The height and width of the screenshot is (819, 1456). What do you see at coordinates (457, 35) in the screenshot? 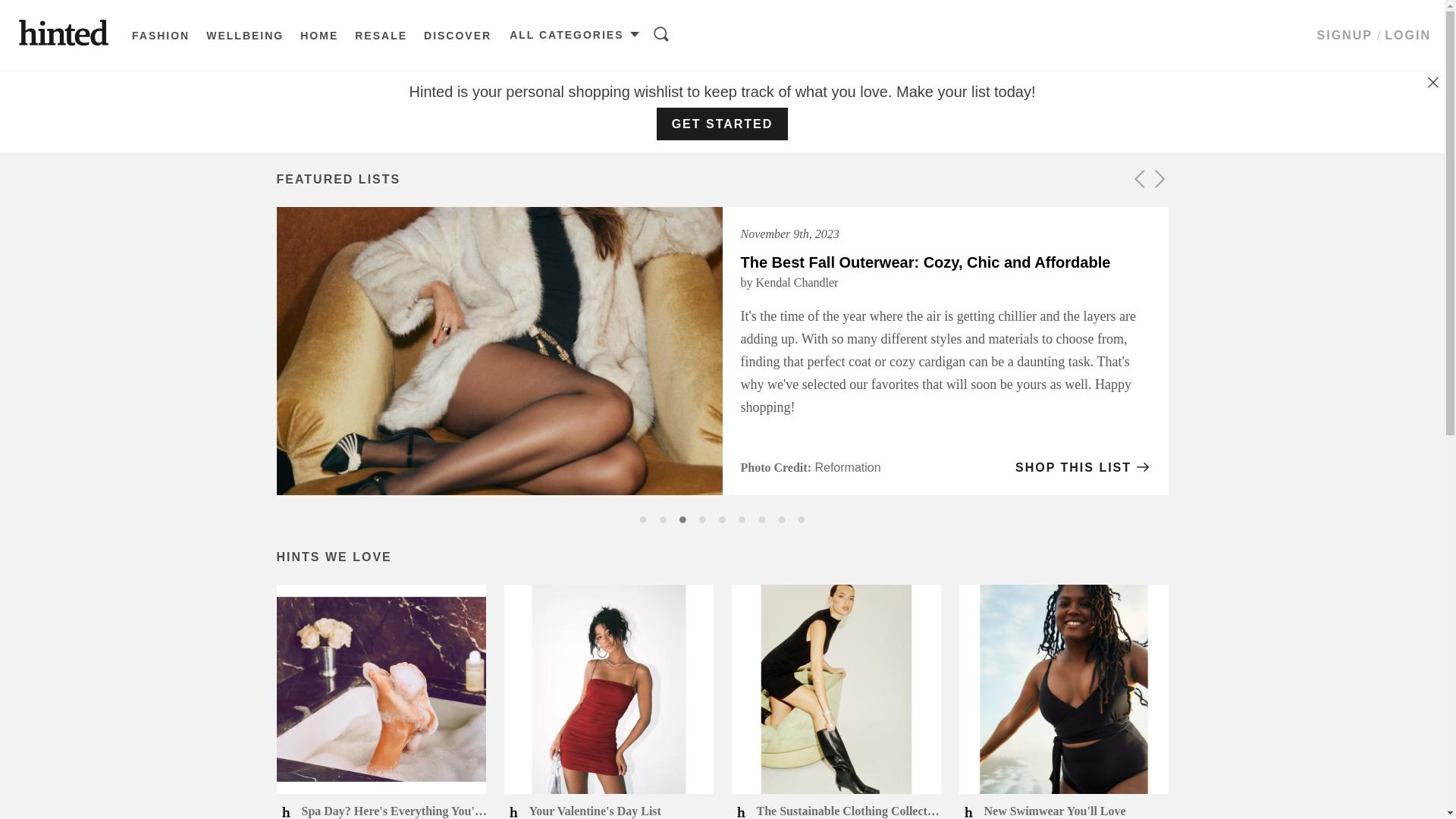
I see `'DISCOVER'` at bounding box center [457, 35].